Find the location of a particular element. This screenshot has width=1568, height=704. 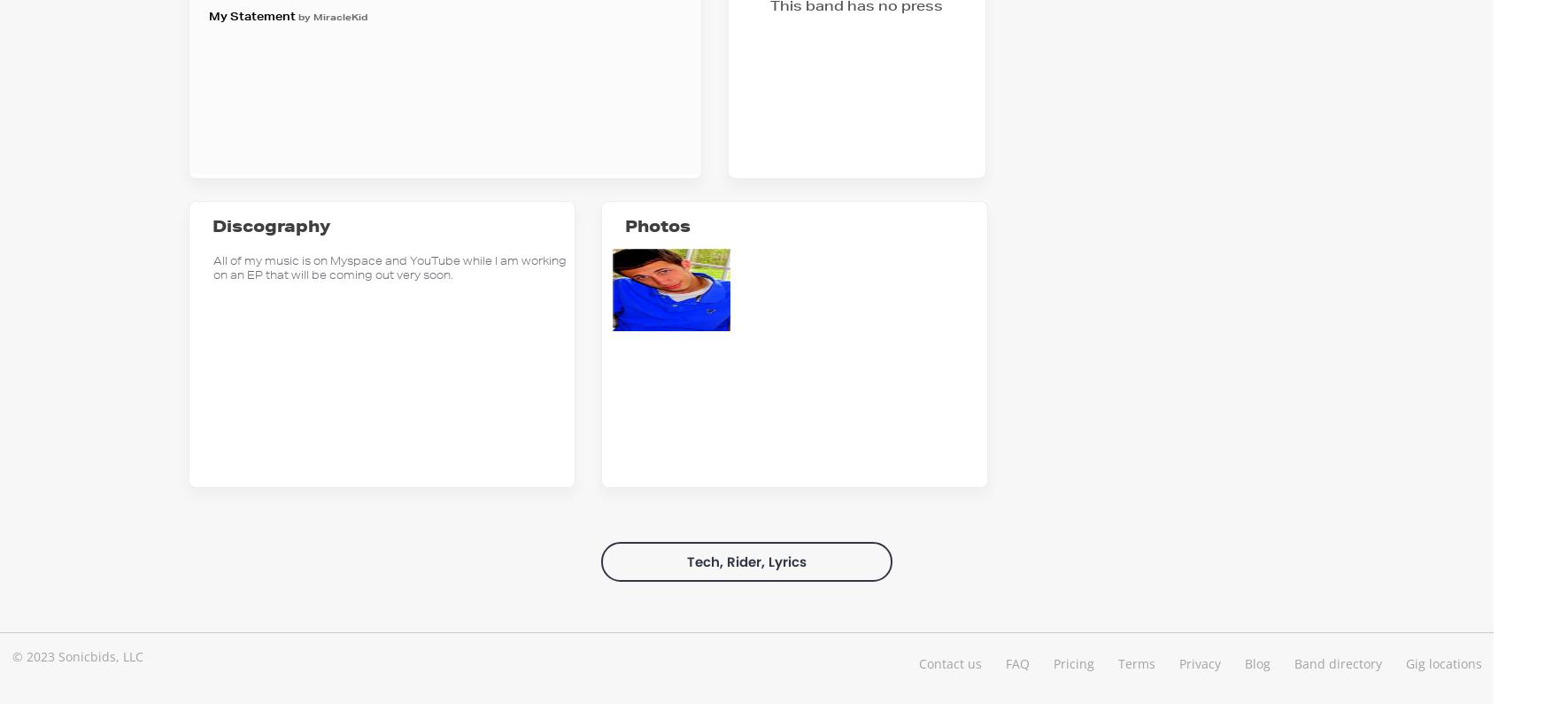

'Pricing' is located at coordinates (1053, 661).